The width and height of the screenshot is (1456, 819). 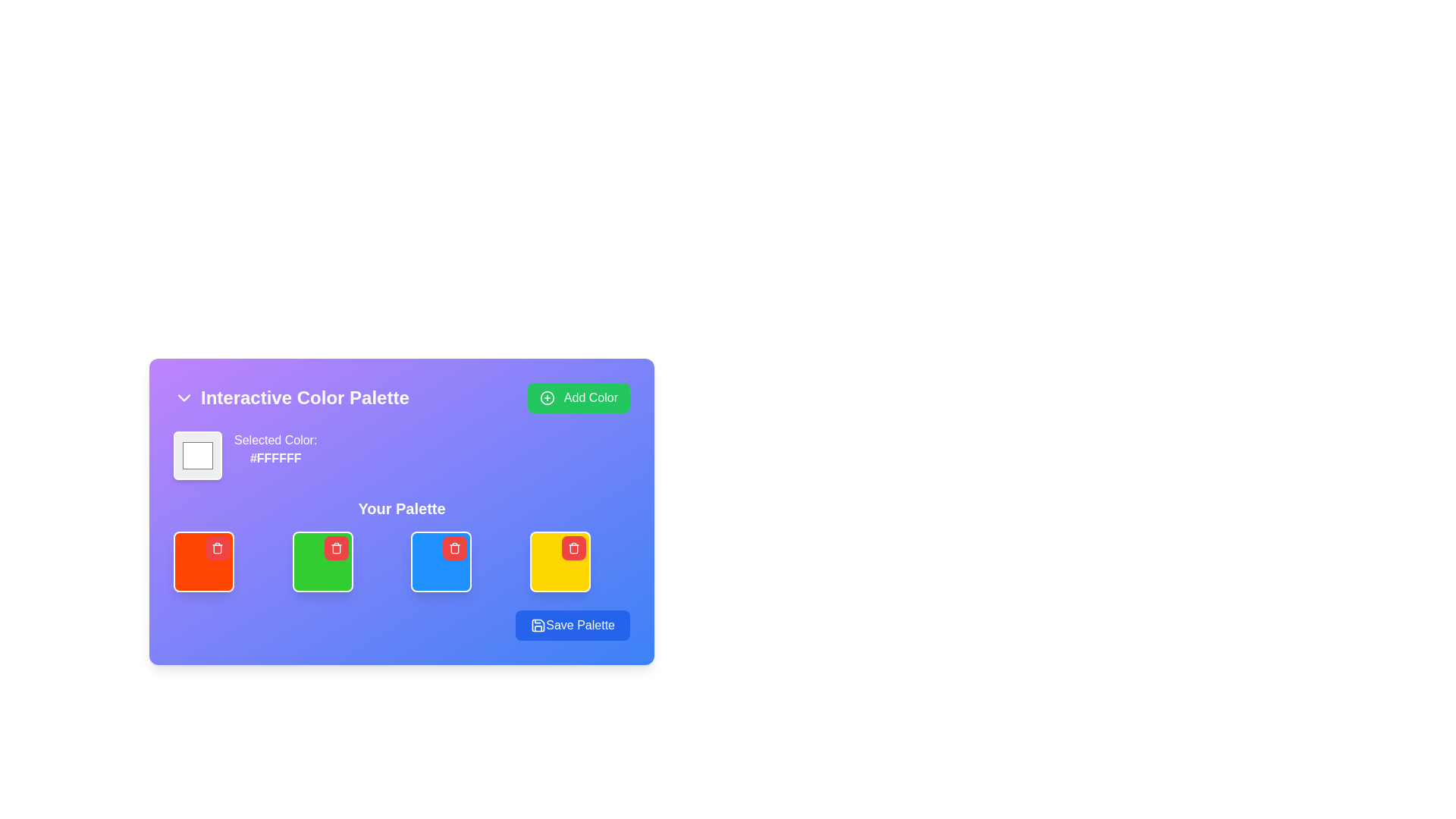 What do you see at coordinates (573, 548) in the screenshot?
I see `the trash can icon with a red background representing delete action` at bounding box center [573, 548].